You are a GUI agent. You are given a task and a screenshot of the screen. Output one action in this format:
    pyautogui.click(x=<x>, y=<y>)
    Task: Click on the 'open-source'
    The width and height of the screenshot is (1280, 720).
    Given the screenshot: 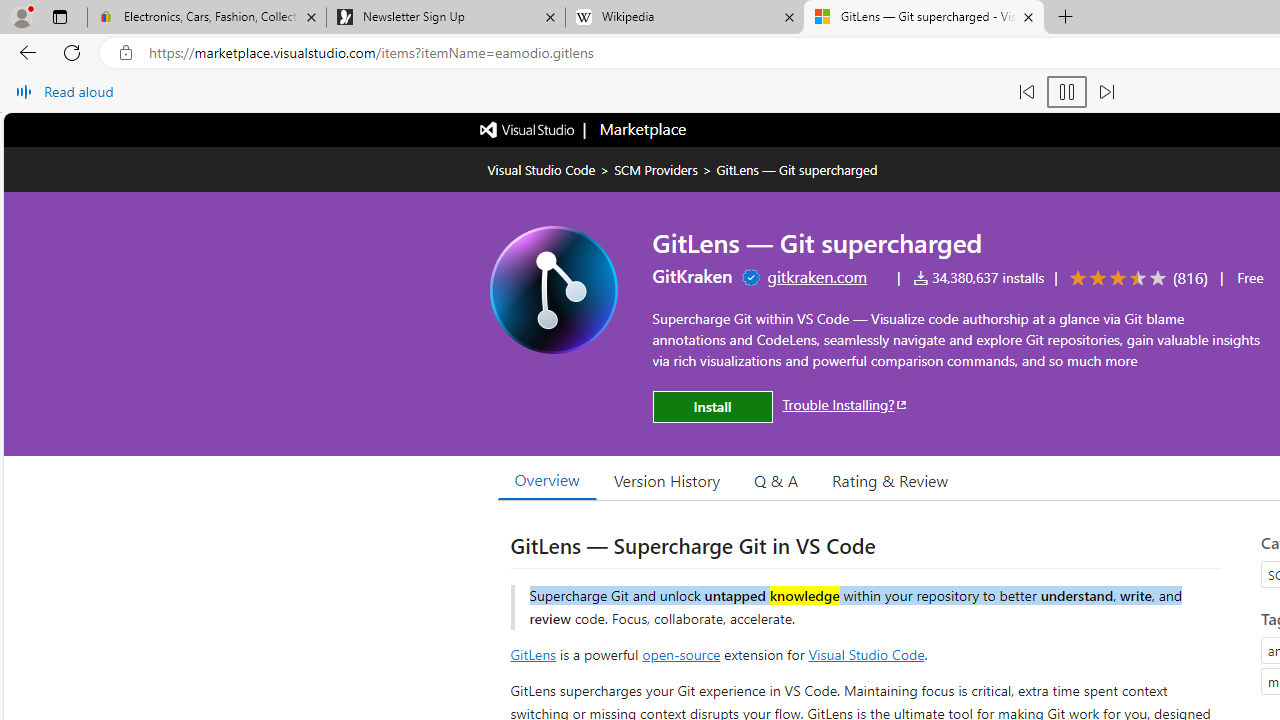 What is the action you would take?
    pyautogui.click(x=681, y=653)
    